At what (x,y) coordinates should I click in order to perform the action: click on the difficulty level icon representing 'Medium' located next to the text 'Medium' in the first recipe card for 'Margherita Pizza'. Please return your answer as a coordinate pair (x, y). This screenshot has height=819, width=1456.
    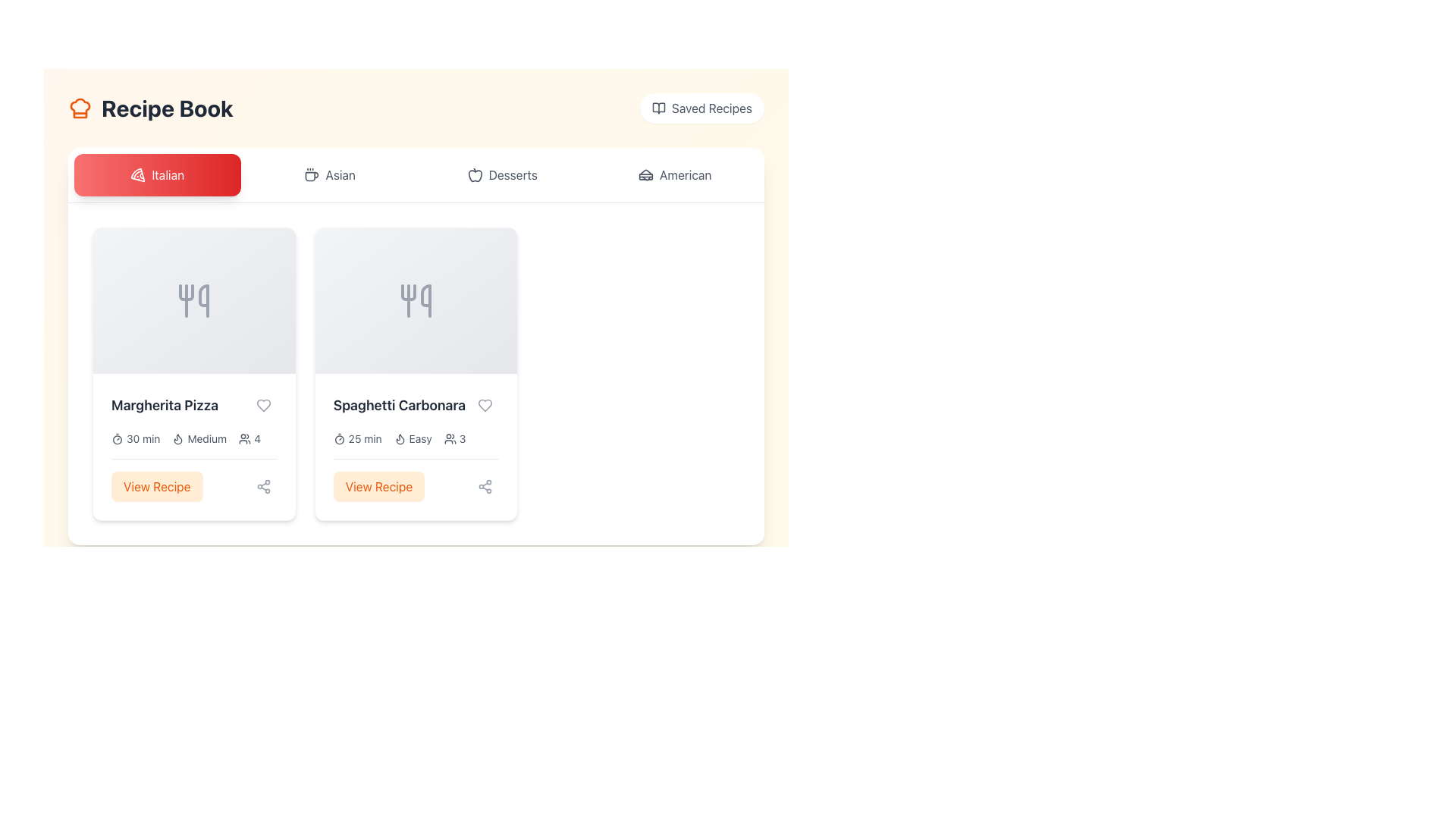
    Looking at the image, I should click on (178, 438).